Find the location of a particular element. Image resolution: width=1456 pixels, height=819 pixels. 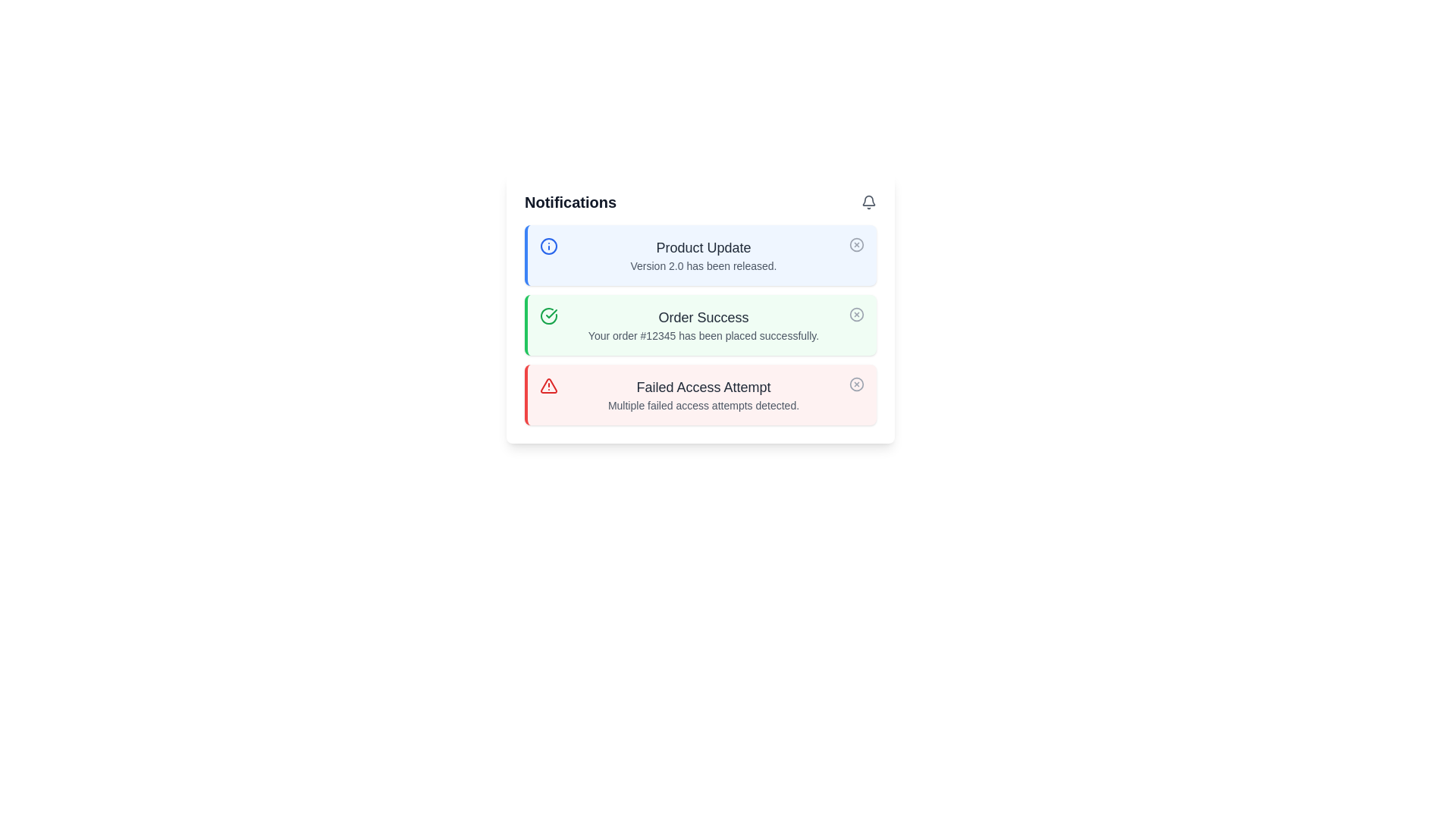

the bell-shaped icon located in the top-right corner of the 'Notifications' box is located at coordinates (869, 201).